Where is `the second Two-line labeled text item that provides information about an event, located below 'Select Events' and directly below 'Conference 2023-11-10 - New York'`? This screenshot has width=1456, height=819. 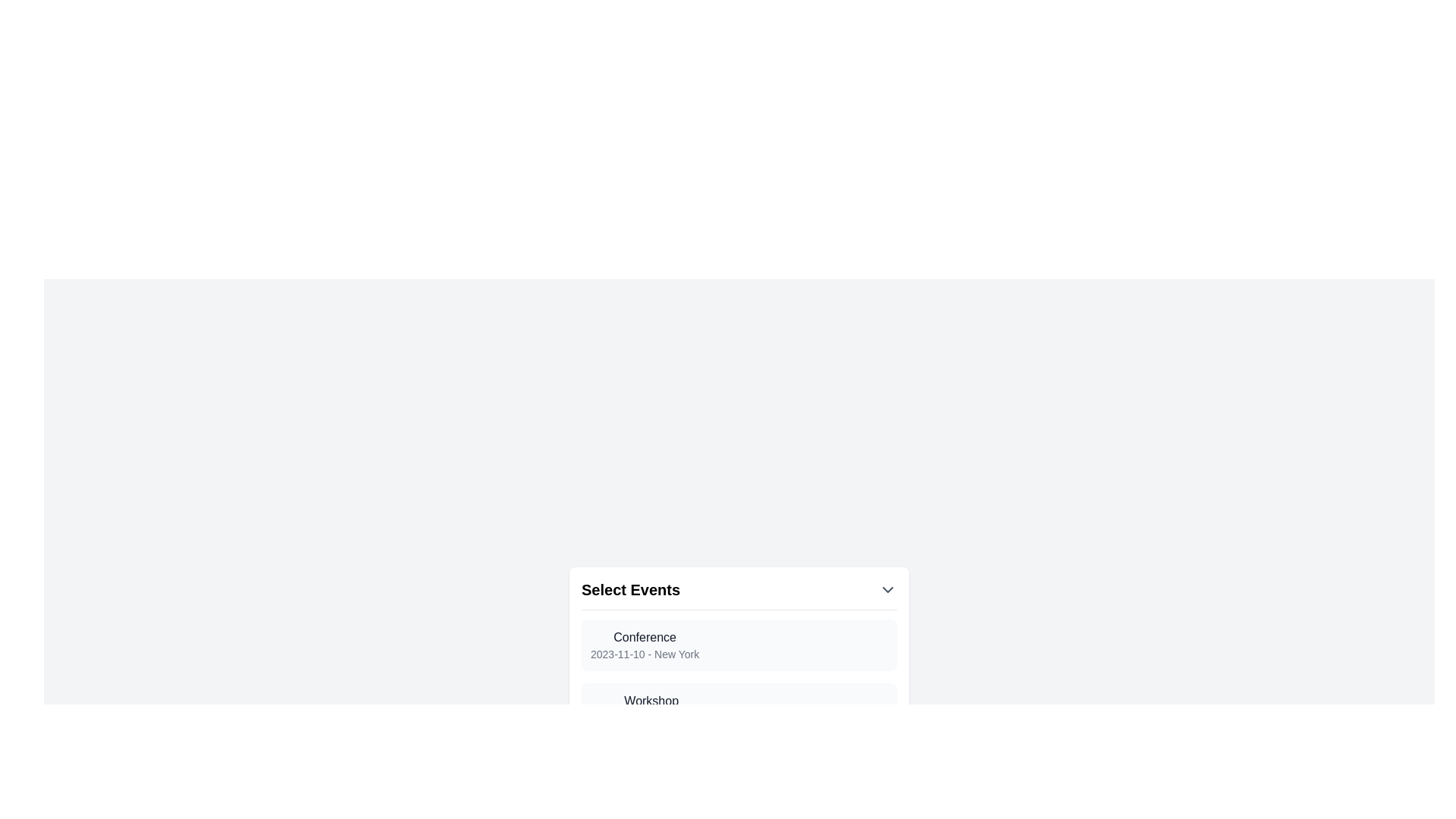
the second Two-line labeled text item that provides information about an event, located below 'Select Events' and directly below 'Conference 2023-11-10 - New York' is located at coordinates (651, 708).